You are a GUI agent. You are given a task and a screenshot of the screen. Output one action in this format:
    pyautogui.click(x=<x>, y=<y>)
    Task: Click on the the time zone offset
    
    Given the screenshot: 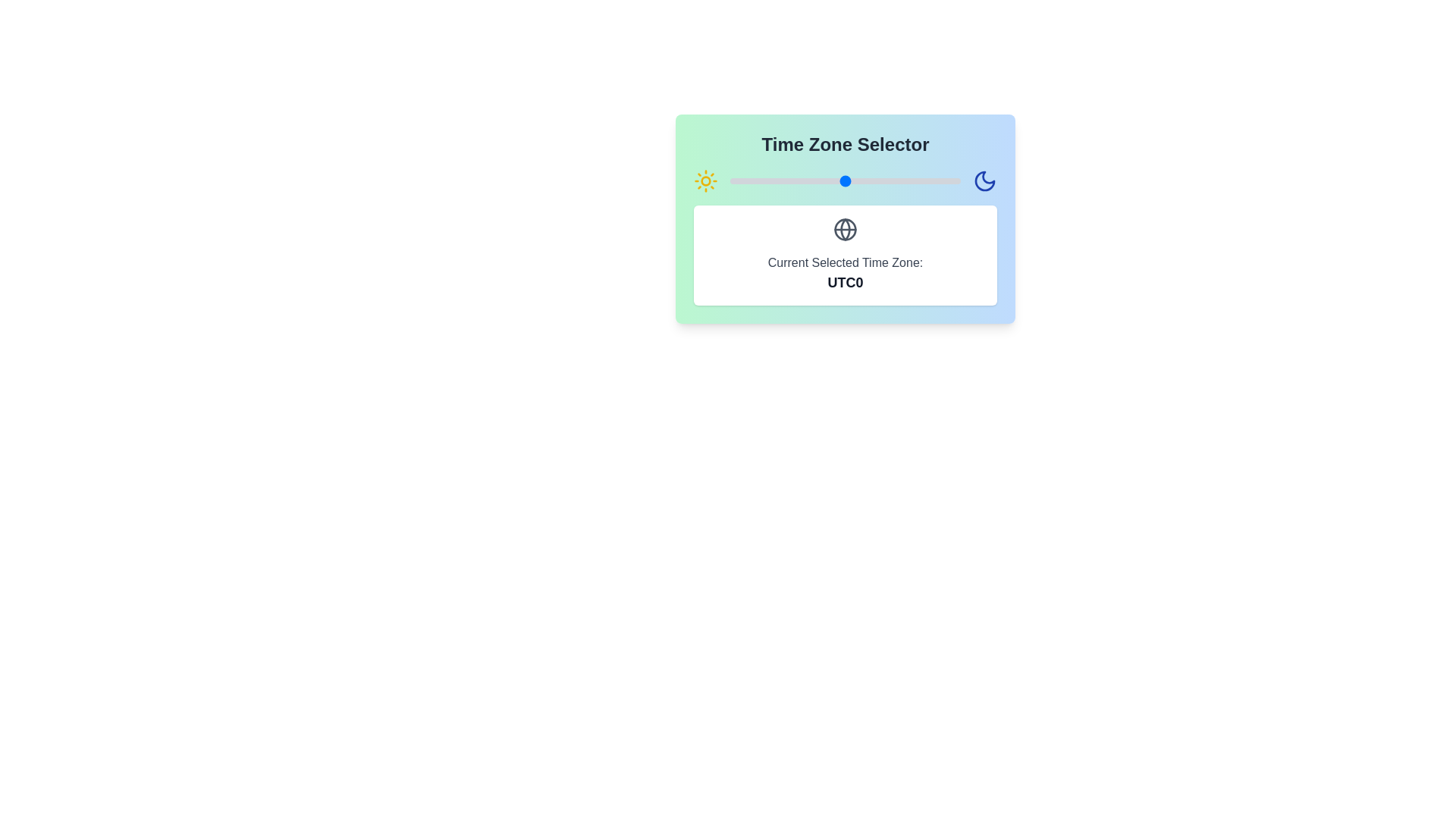 What is the action you would take?
    pyautogui.click(x=880, y=180)
    